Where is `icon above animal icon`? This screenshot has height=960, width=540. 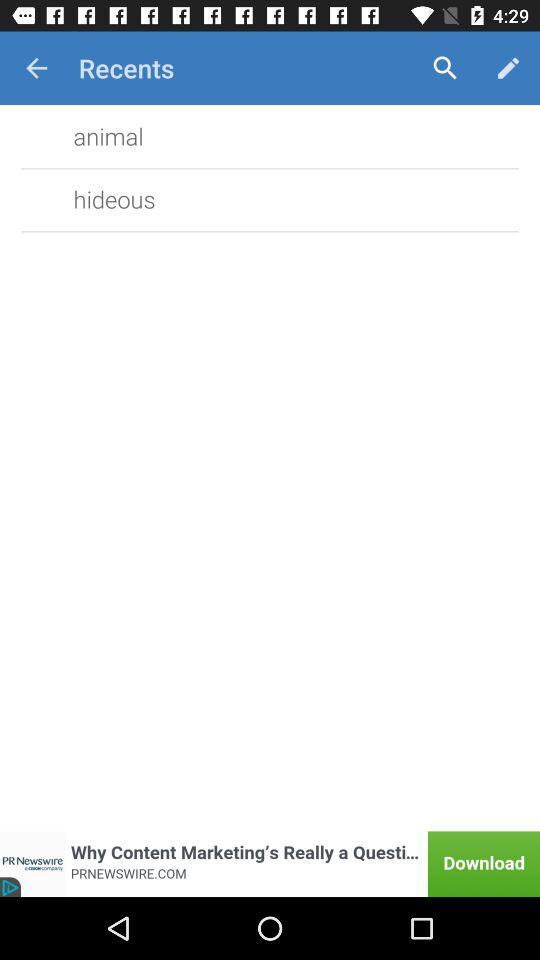 icon above animal icon is located at coordinates (36, 68).